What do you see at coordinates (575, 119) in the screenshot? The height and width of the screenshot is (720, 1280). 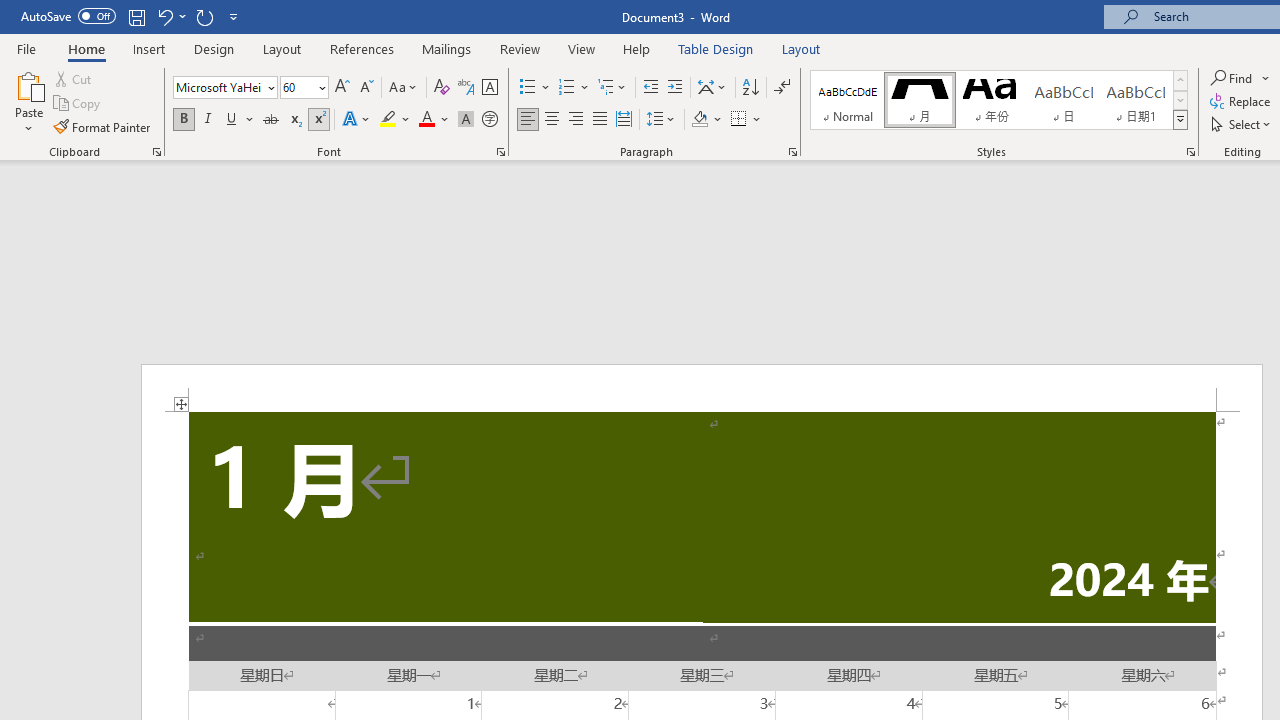 I see `'Align Right'` at bounding box center [575, 119].